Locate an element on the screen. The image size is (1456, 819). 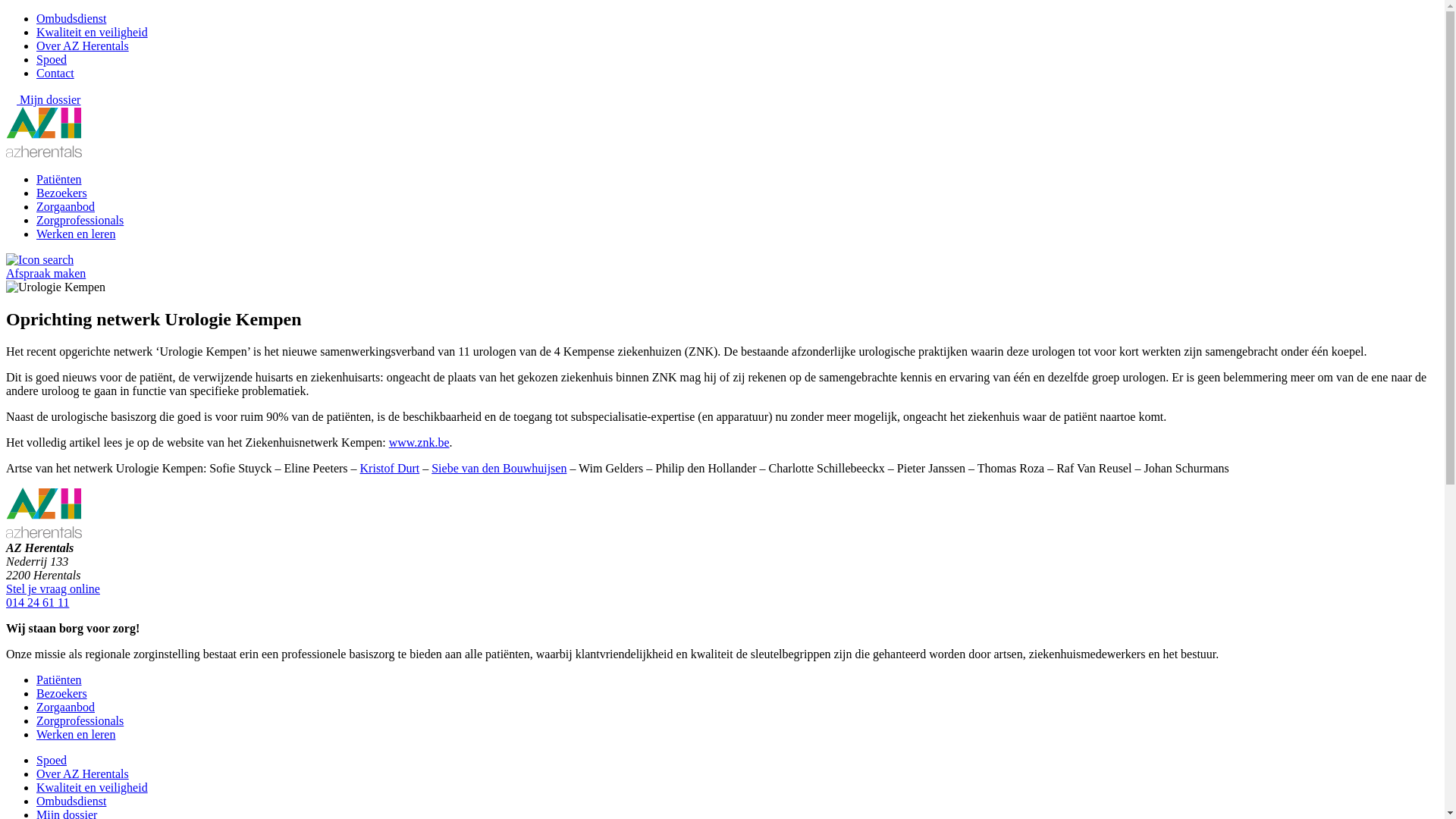
'Spoed' is located at coordinates (51, 760).